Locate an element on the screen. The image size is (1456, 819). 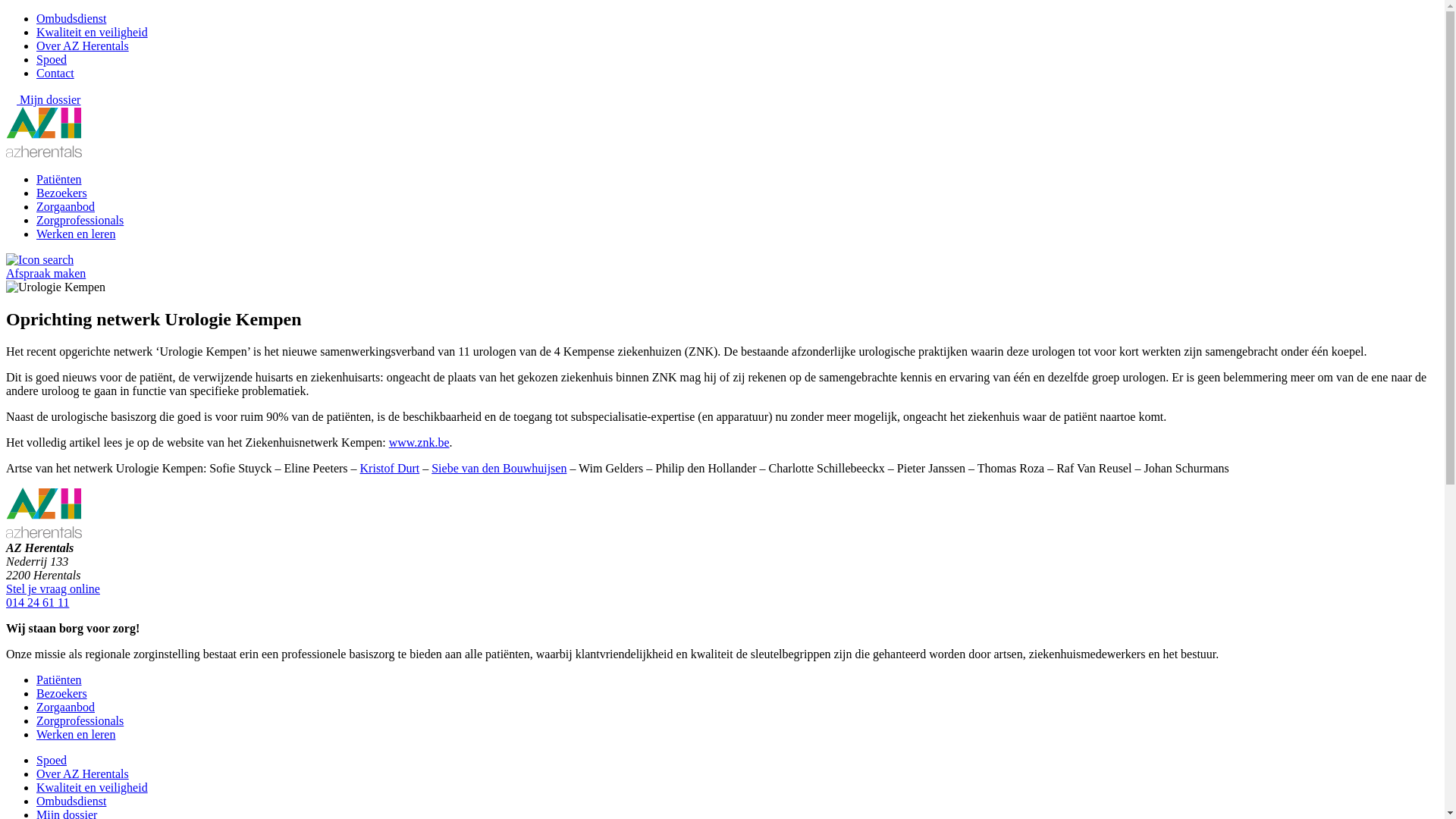
'Spoed' is located at coordinates (51, 760).